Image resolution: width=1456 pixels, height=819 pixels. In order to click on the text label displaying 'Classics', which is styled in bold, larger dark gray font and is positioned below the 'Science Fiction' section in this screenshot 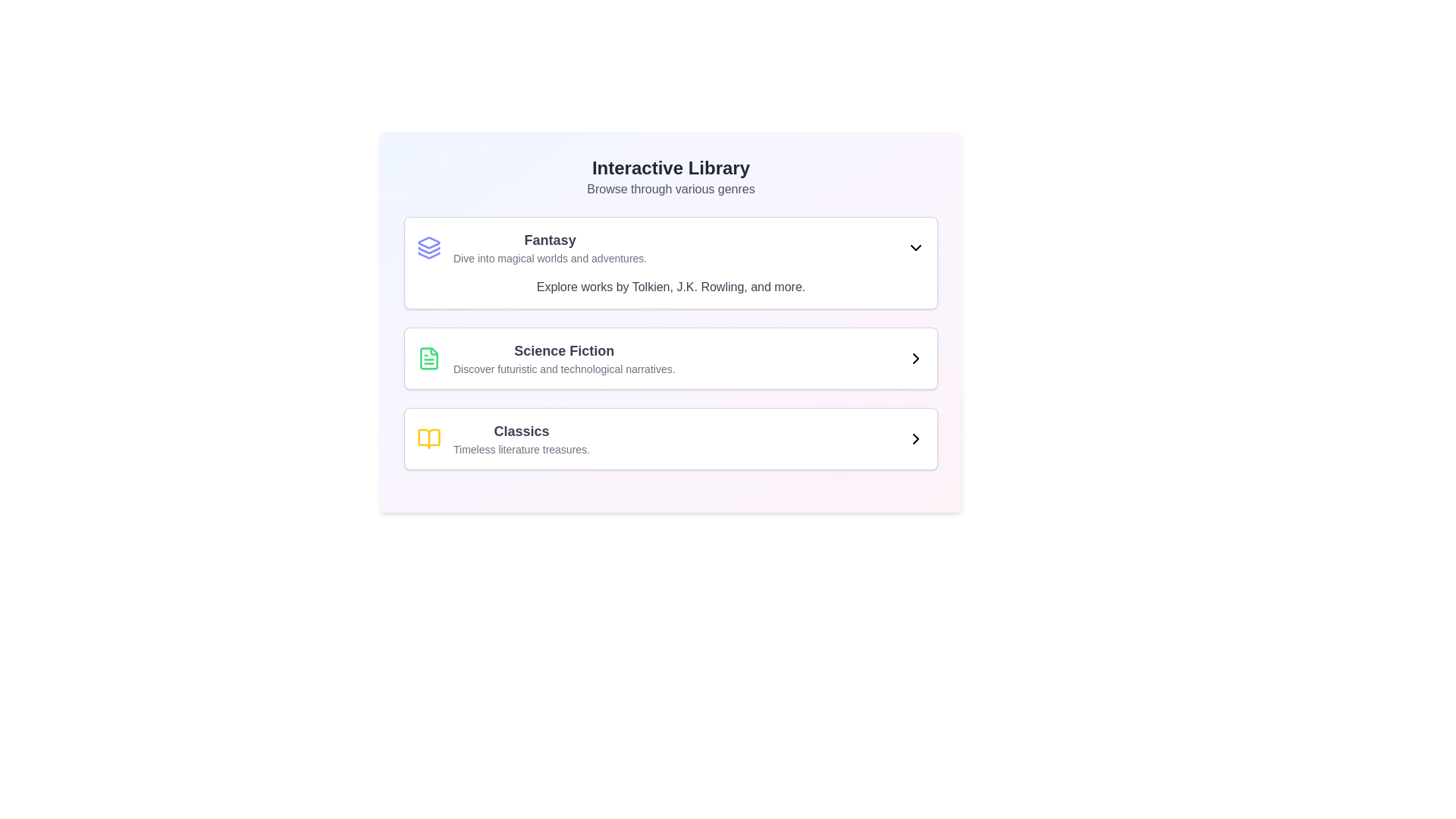, I will do `click(521, 431)`.